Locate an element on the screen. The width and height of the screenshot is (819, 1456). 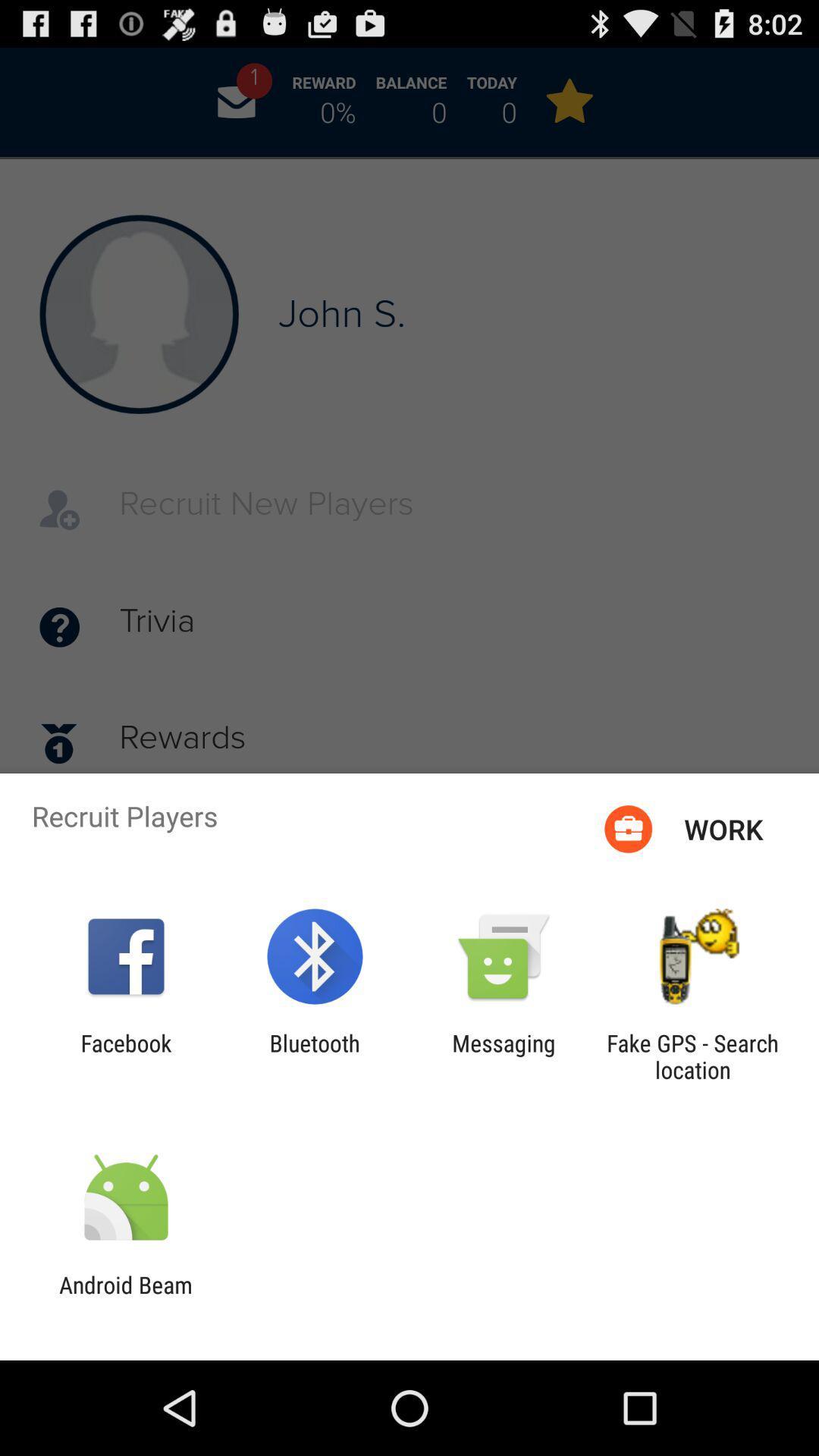
item next to bluetooth icon is located at coordinates (504, 1056).